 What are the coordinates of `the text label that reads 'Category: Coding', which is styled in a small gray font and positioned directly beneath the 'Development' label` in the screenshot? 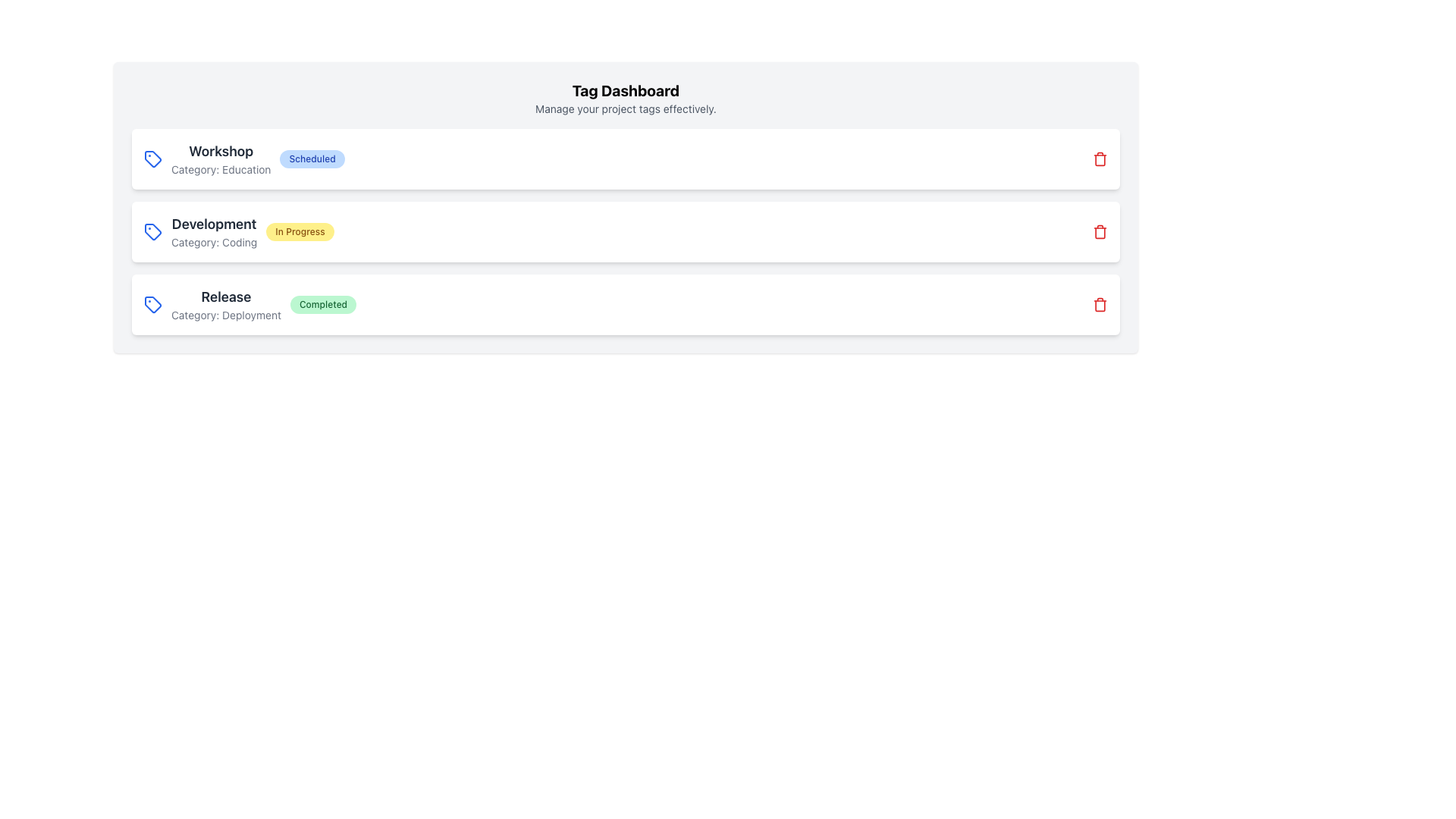 It's located at (213, 242).